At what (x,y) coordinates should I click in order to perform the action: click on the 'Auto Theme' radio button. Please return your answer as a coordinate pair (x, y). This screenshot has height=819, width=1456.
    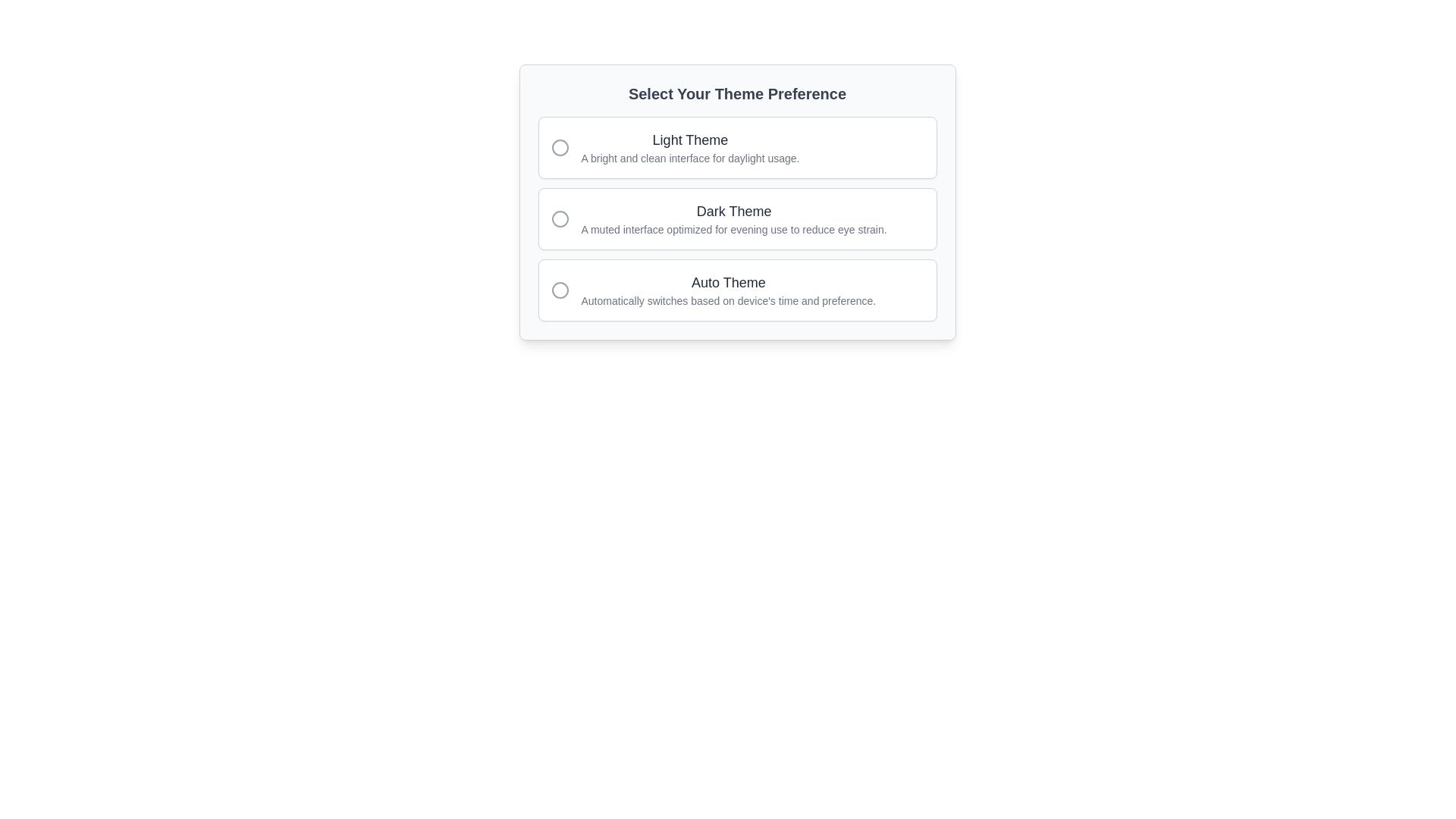
    Looking at the image, I should click on (737, 290).